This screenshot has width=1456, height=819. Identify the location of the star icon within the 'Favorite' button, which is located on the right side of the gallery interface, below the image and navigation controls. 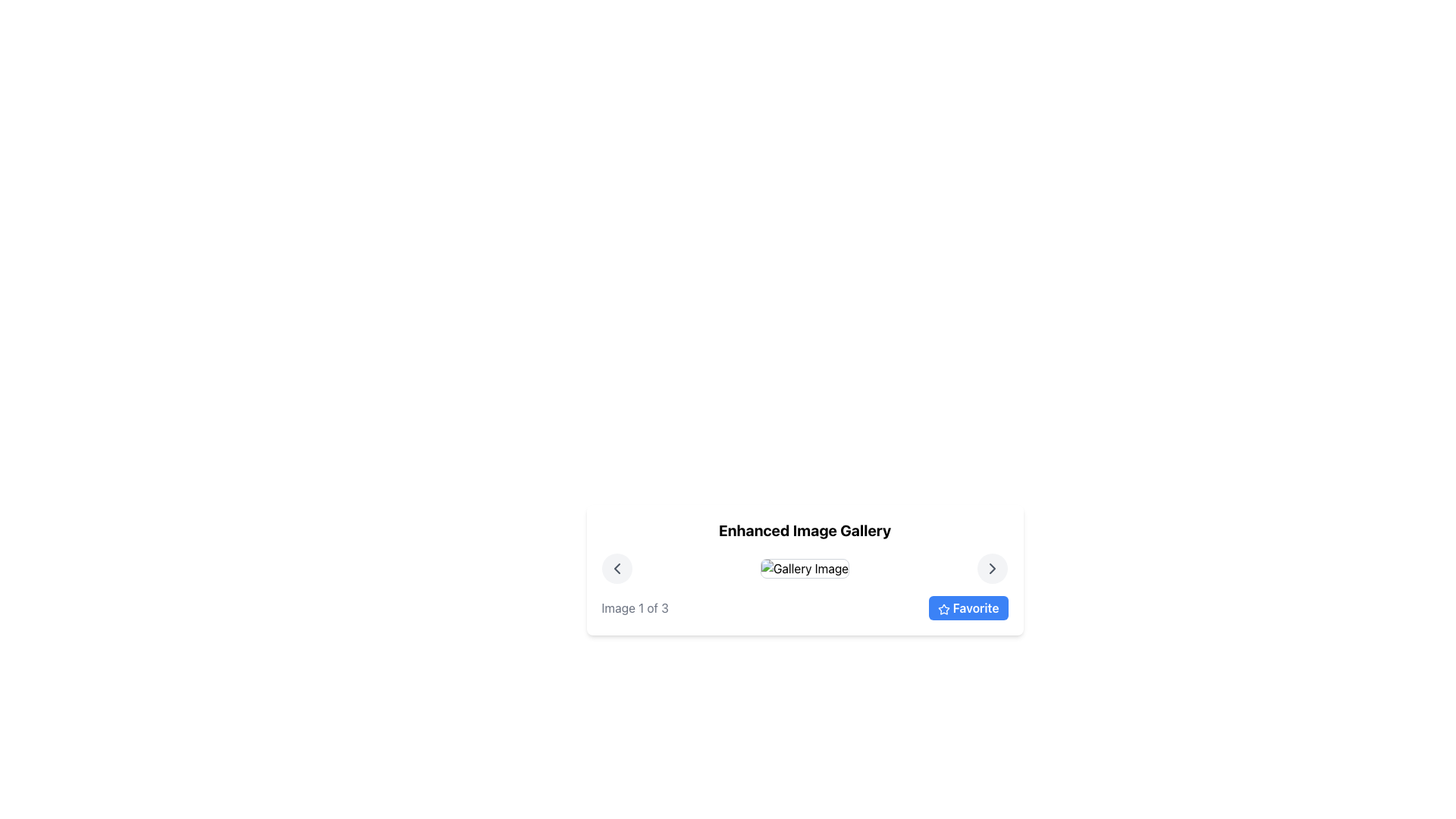
(943, 608).